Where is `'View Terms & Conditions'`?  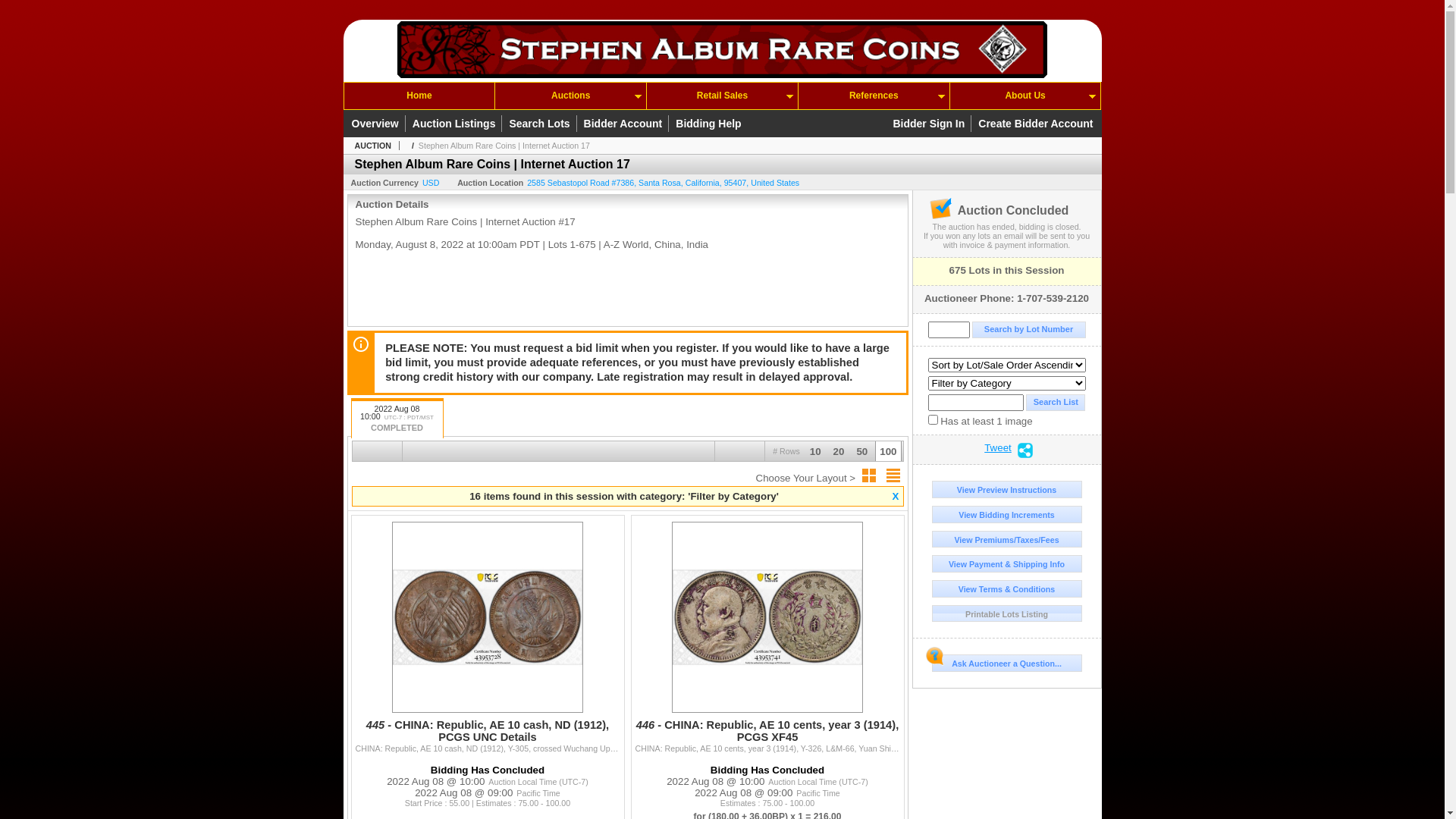
'View Terms & Conditions' is located at coordinates (1006, 588).